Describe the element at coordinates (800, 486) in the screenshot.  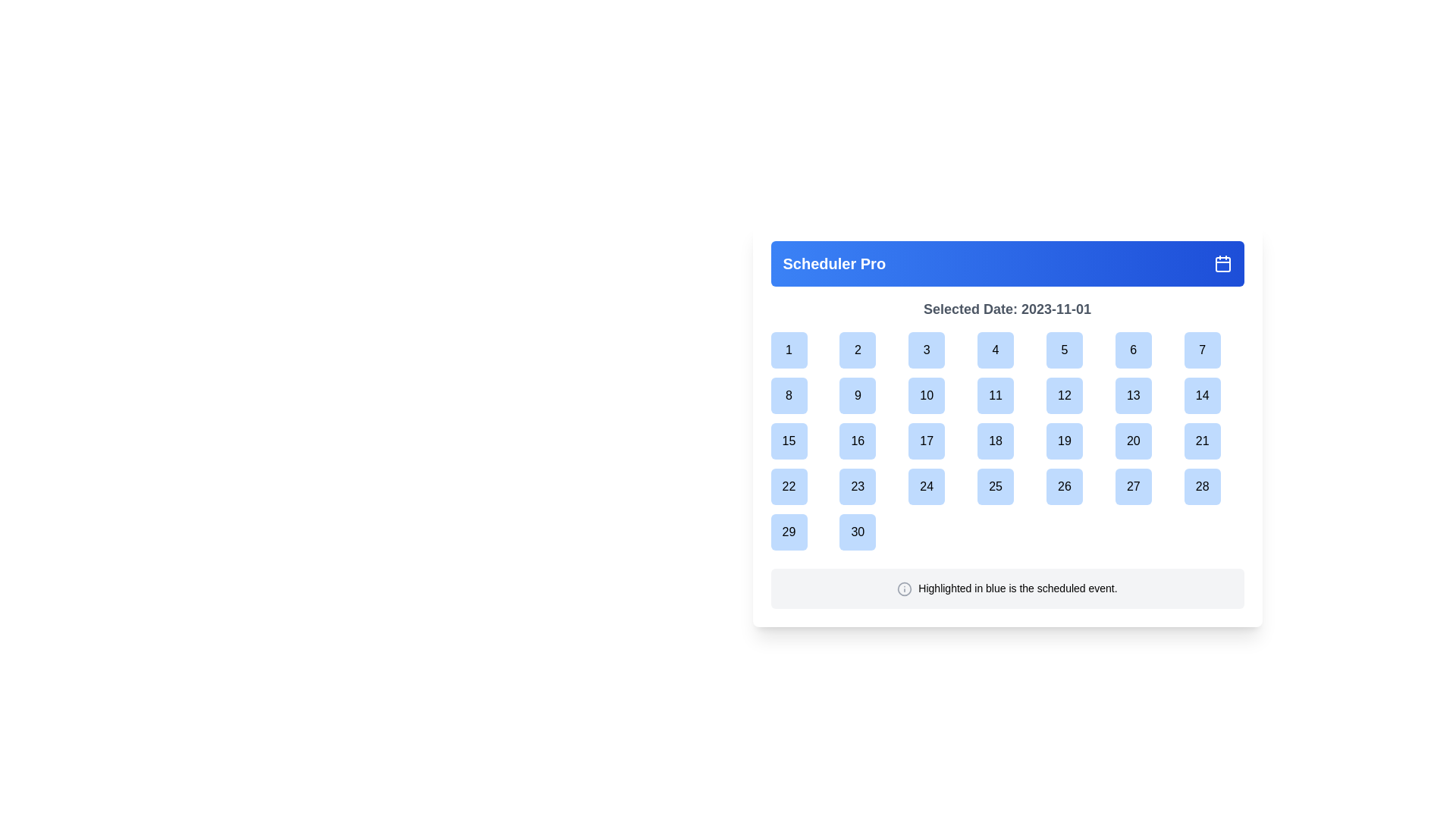
I see `the square-shaped light blue button labeled '22' in the calendar grid` at that location.